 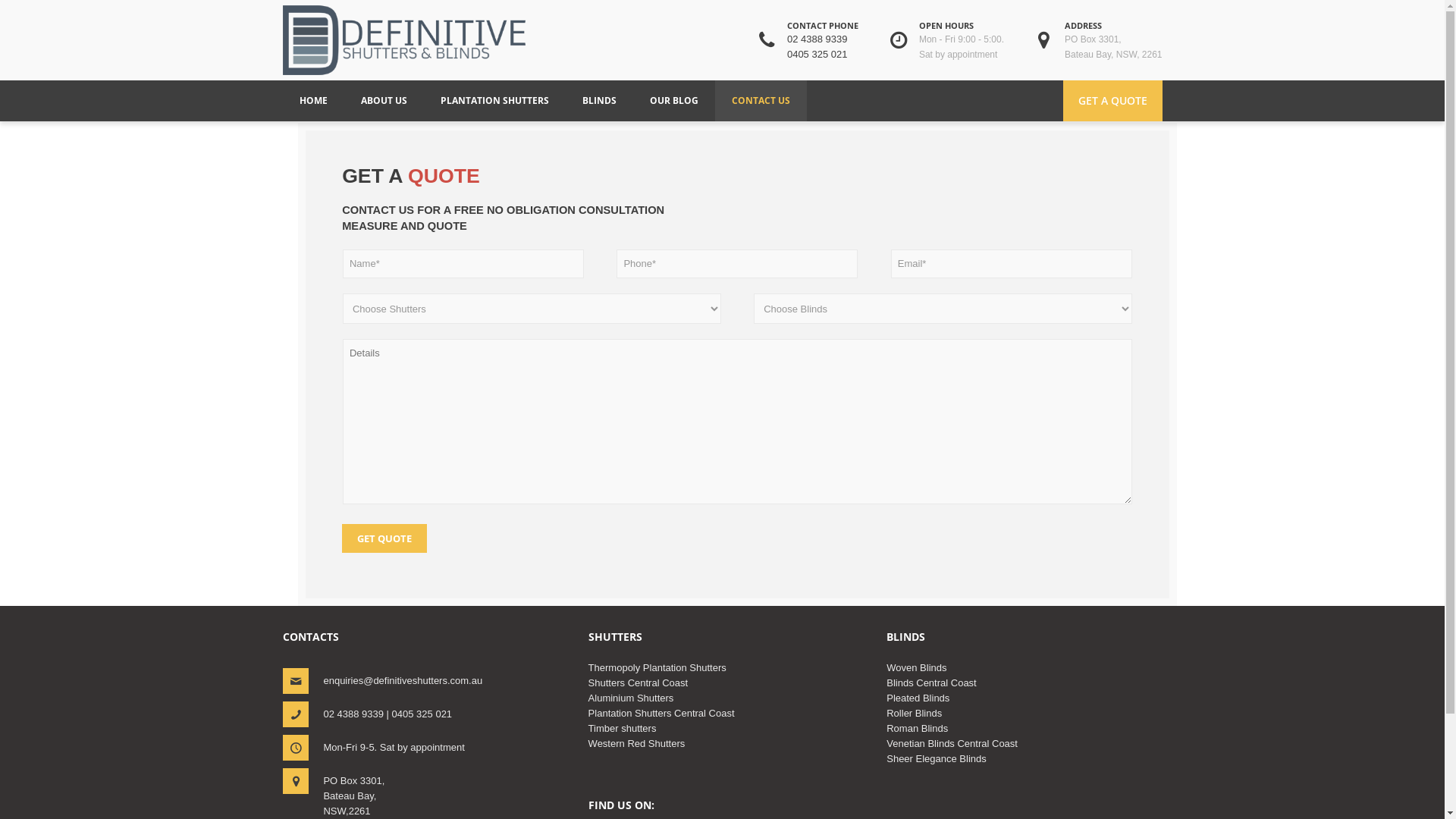 What do you see at coordinates (622, 727) in the screenshot?
I see `'Timber shutters'` at bounding box center [622, 727].